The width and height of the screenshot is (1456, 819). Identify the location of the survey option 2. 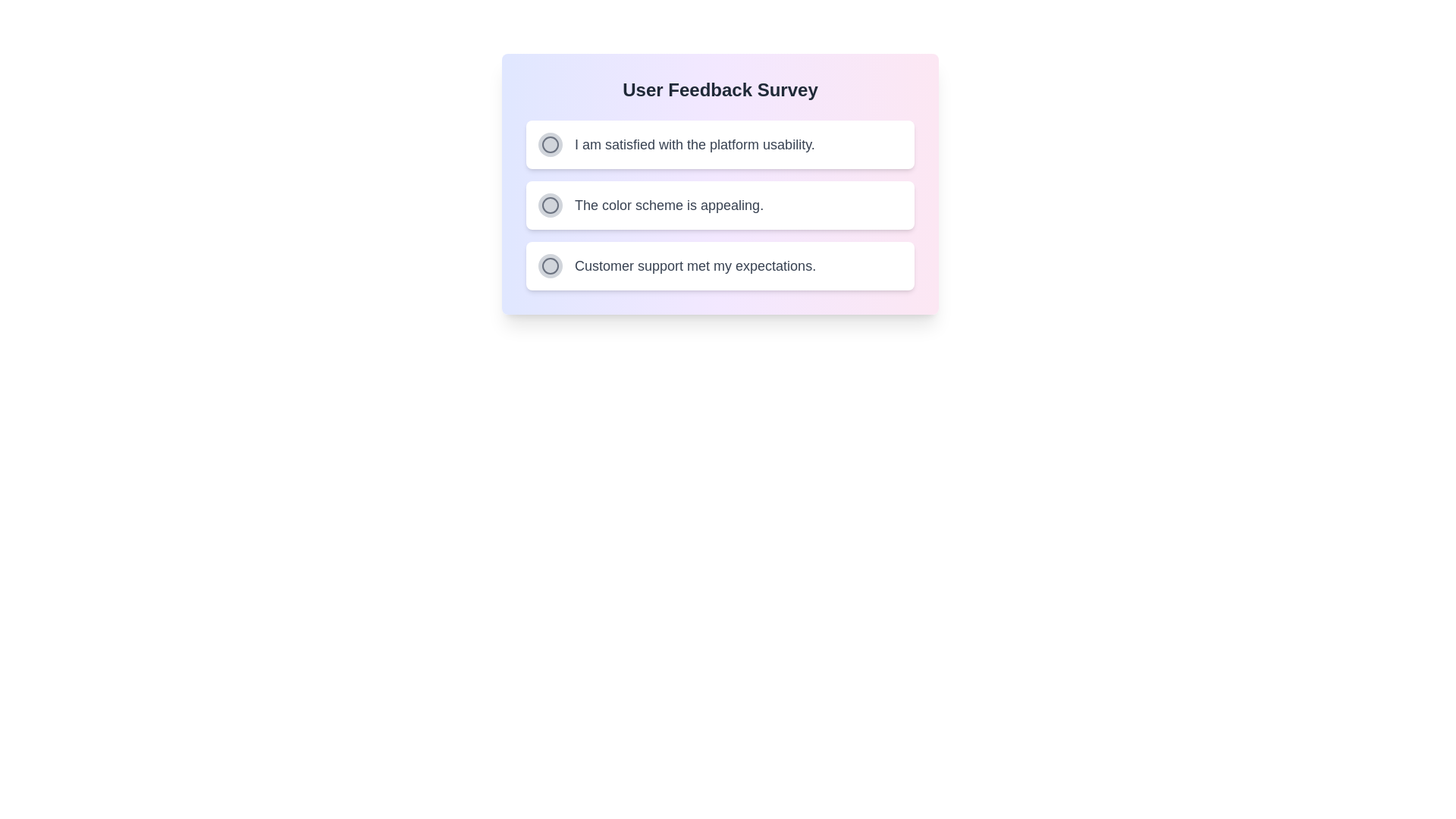
(549, 205).